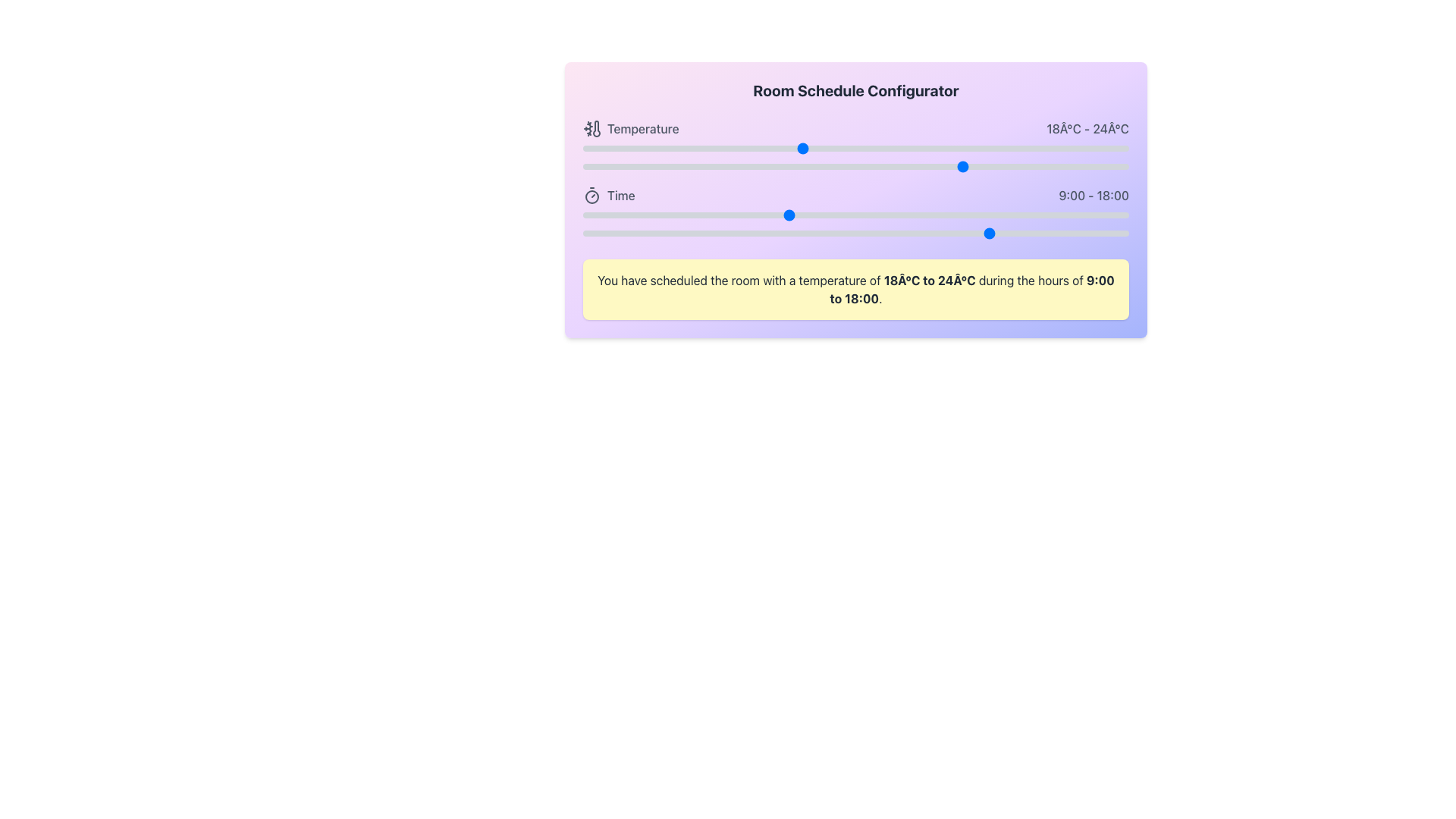  Describe the element at coordinates (591, 127) in the screenshot. I see `the thermometer icon with a snowflake overlay located at the top-left section of the temperature settings component` at that location.